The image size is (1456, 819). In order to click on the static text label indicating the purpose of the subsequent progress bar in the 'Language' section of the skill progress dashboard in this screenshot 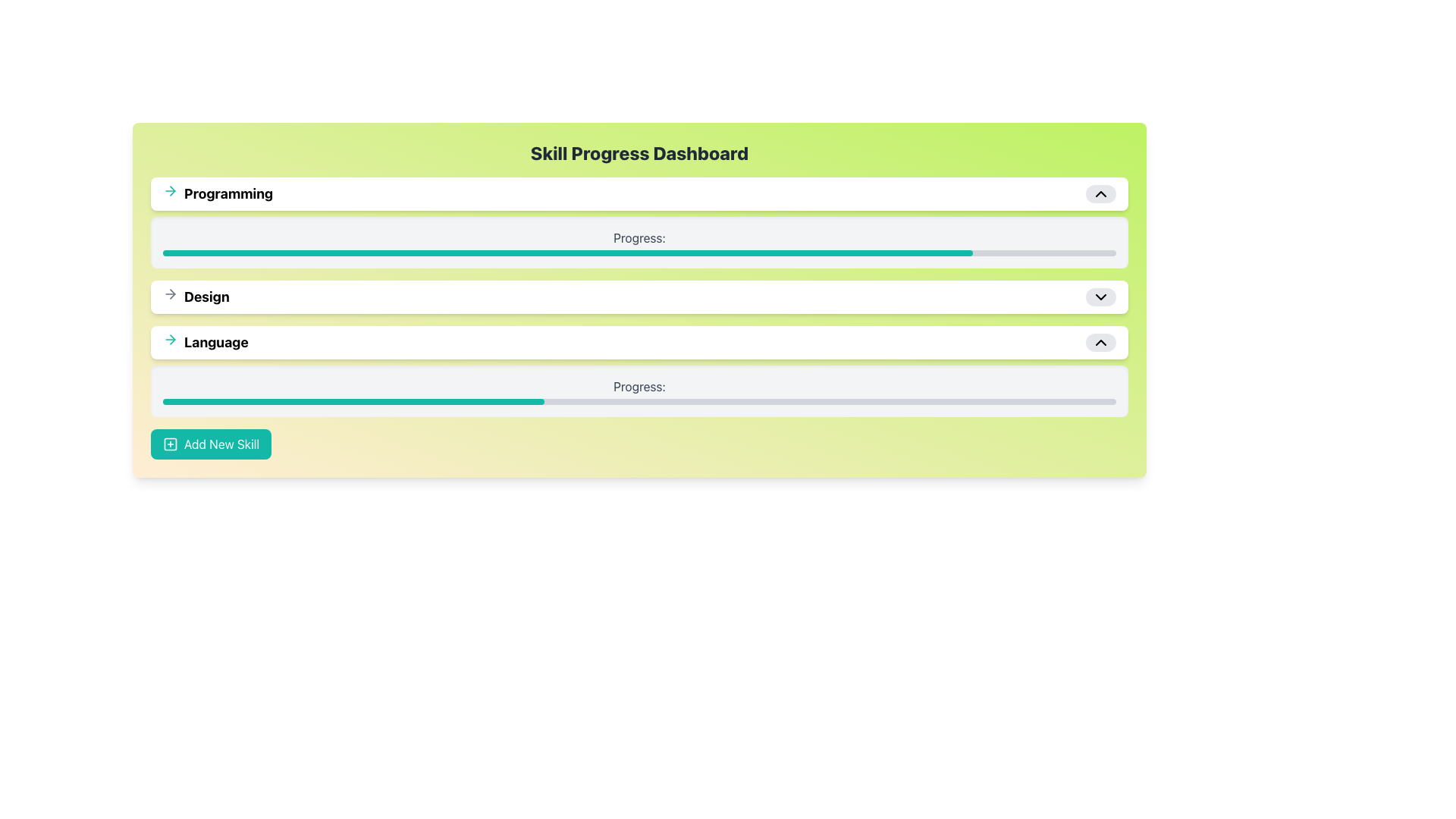, I will do `click(639, 385)`.